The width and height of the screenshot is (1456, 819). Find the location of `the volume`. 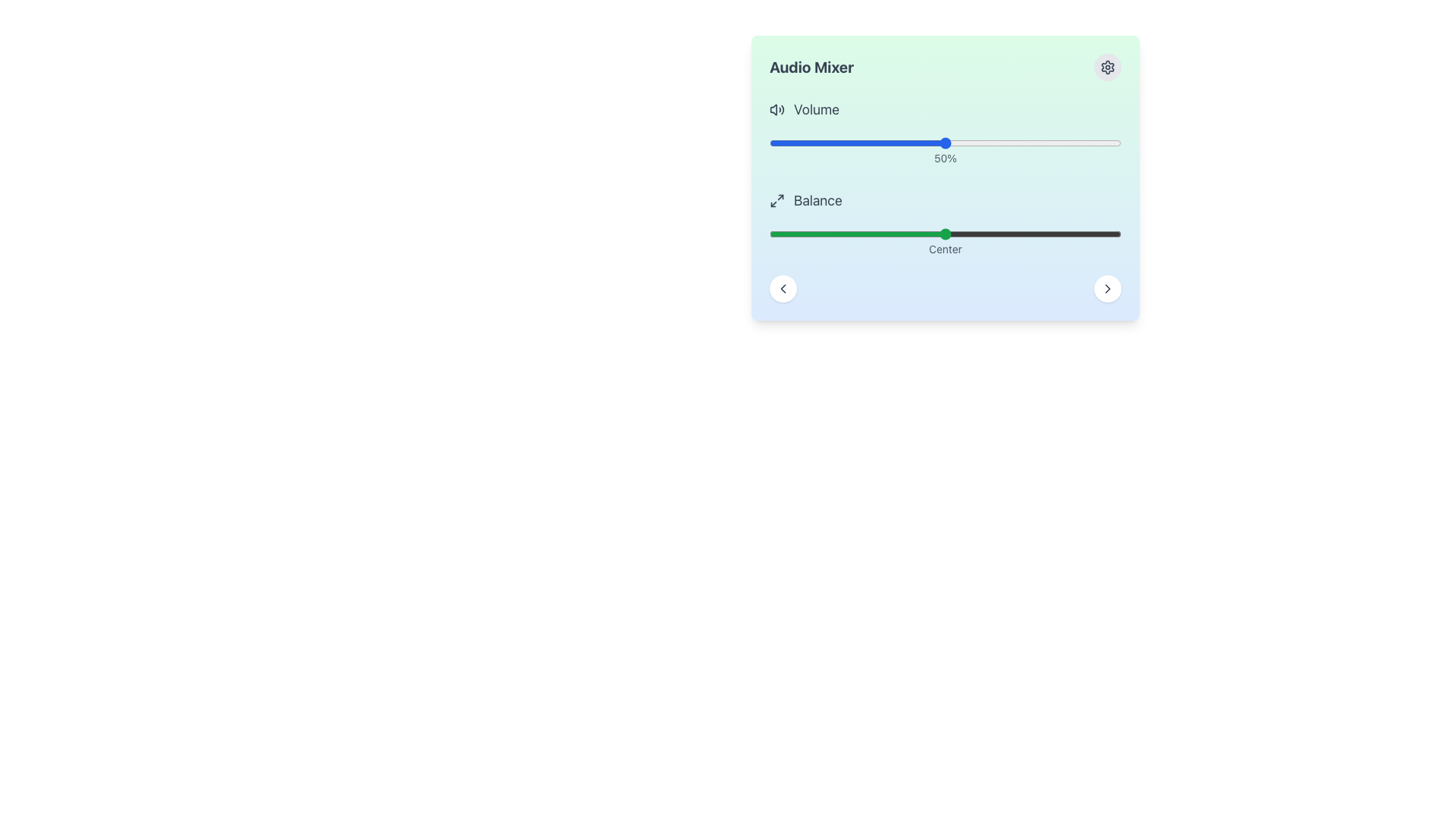

the volume is located at coordinates (920, 143).